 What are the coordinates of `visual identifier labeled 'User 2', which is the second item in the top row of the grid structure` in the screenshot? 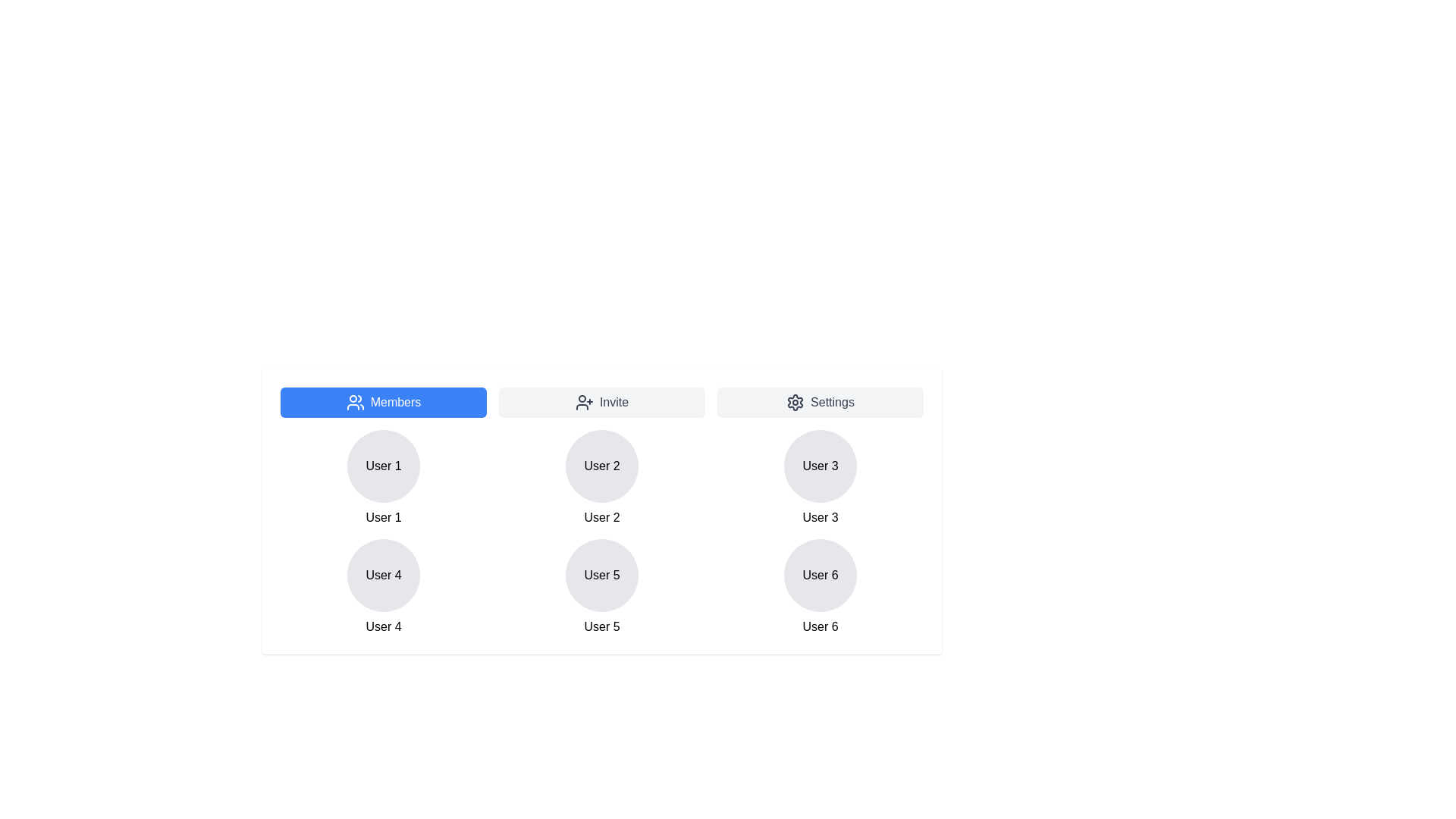 It's located at (601, 479).